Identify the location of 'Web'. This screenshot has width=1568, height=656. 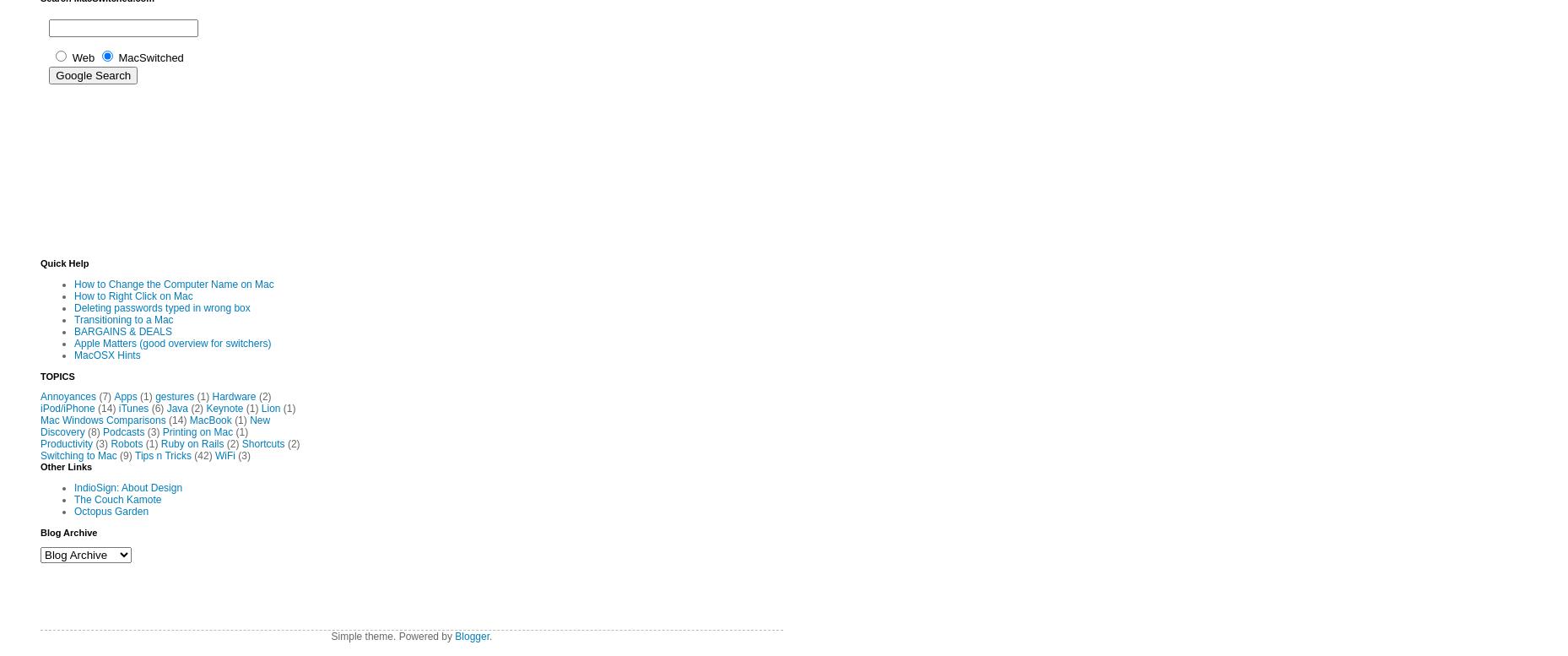
(83, 56).